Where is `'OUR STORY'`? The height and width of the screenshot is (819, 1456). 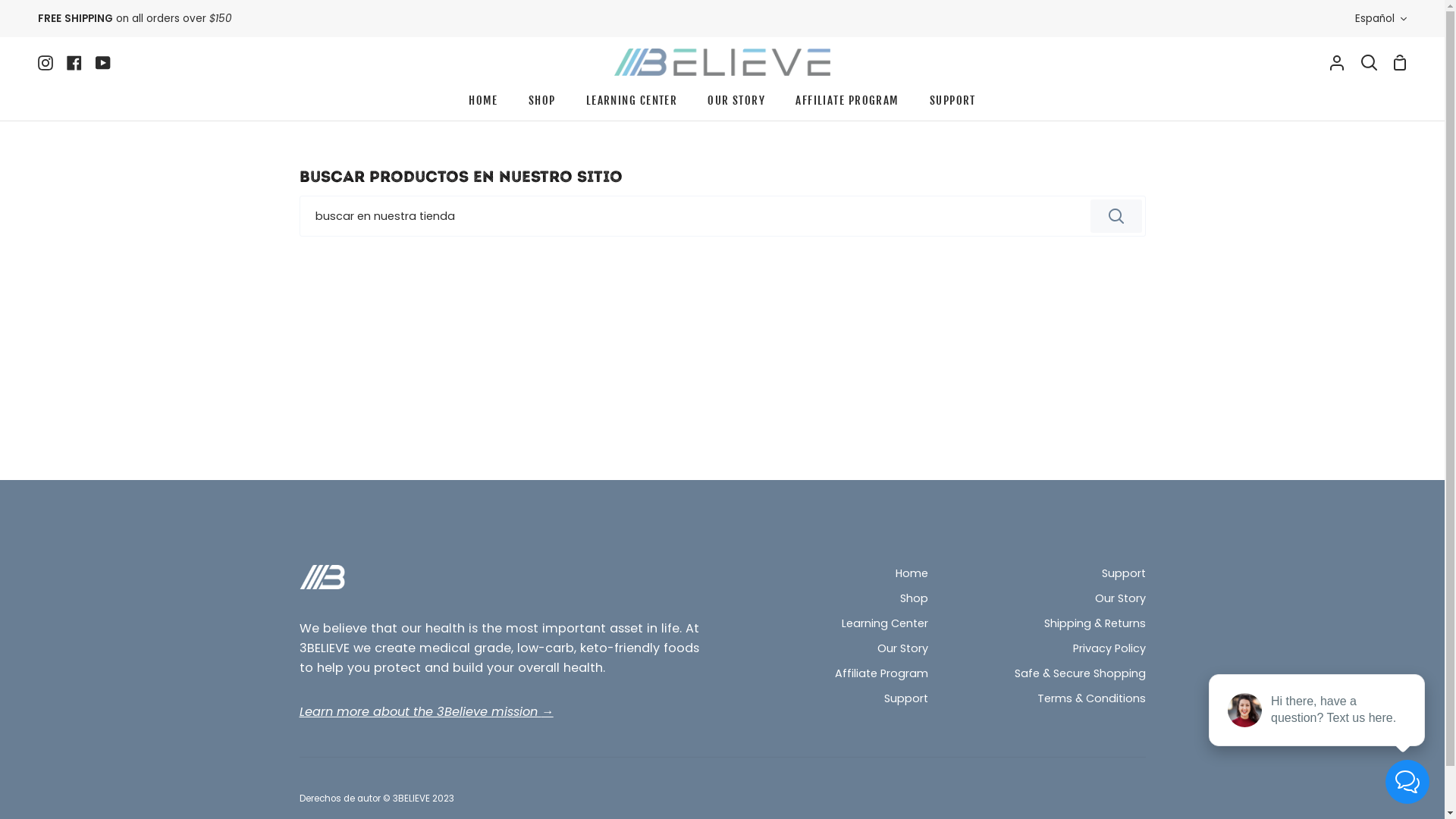
'OUR STORY' is located at coordinates (691, 103).